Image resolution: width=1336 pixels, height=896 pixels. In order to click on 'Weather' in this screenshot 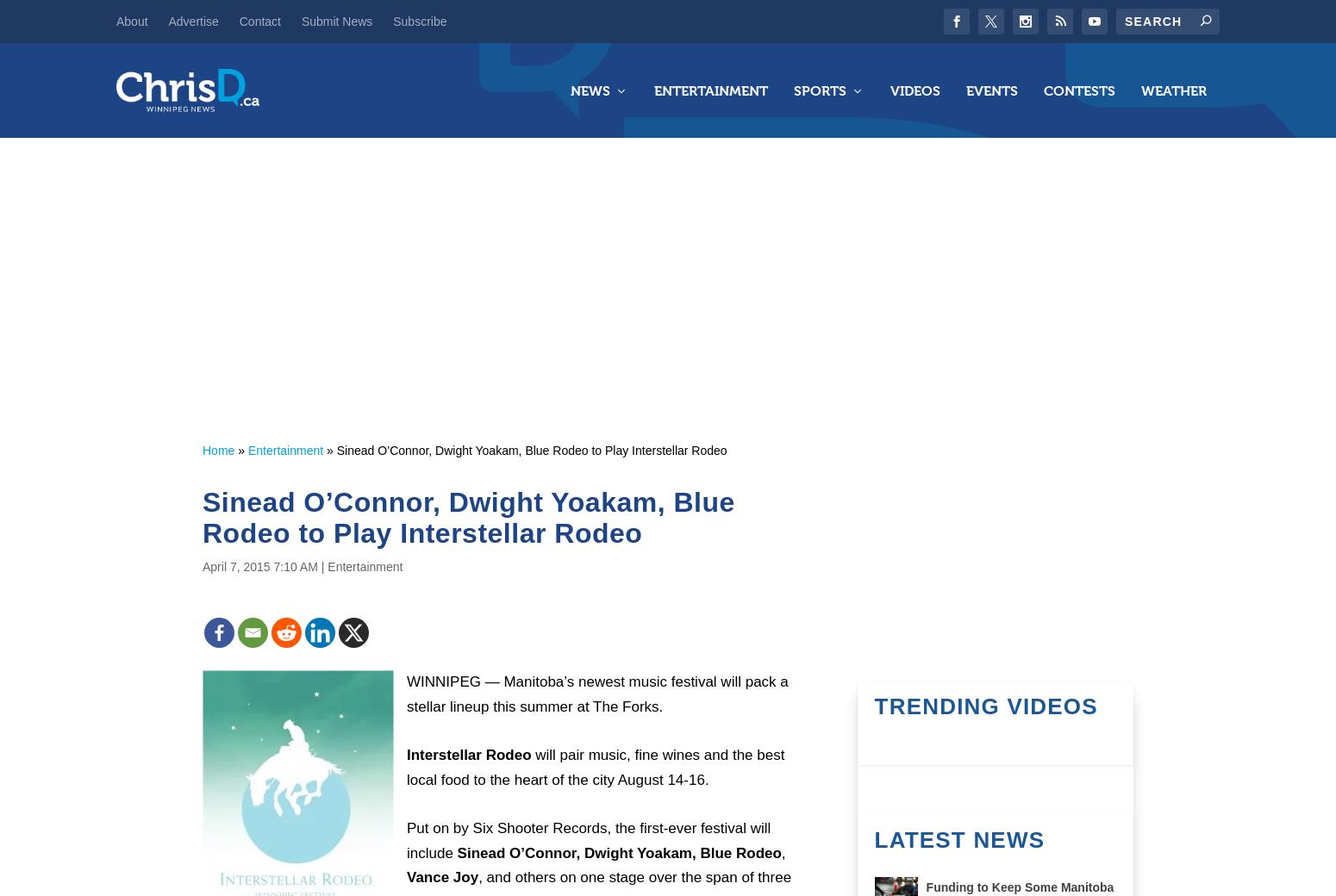, I will do `click(1173, 89)`.